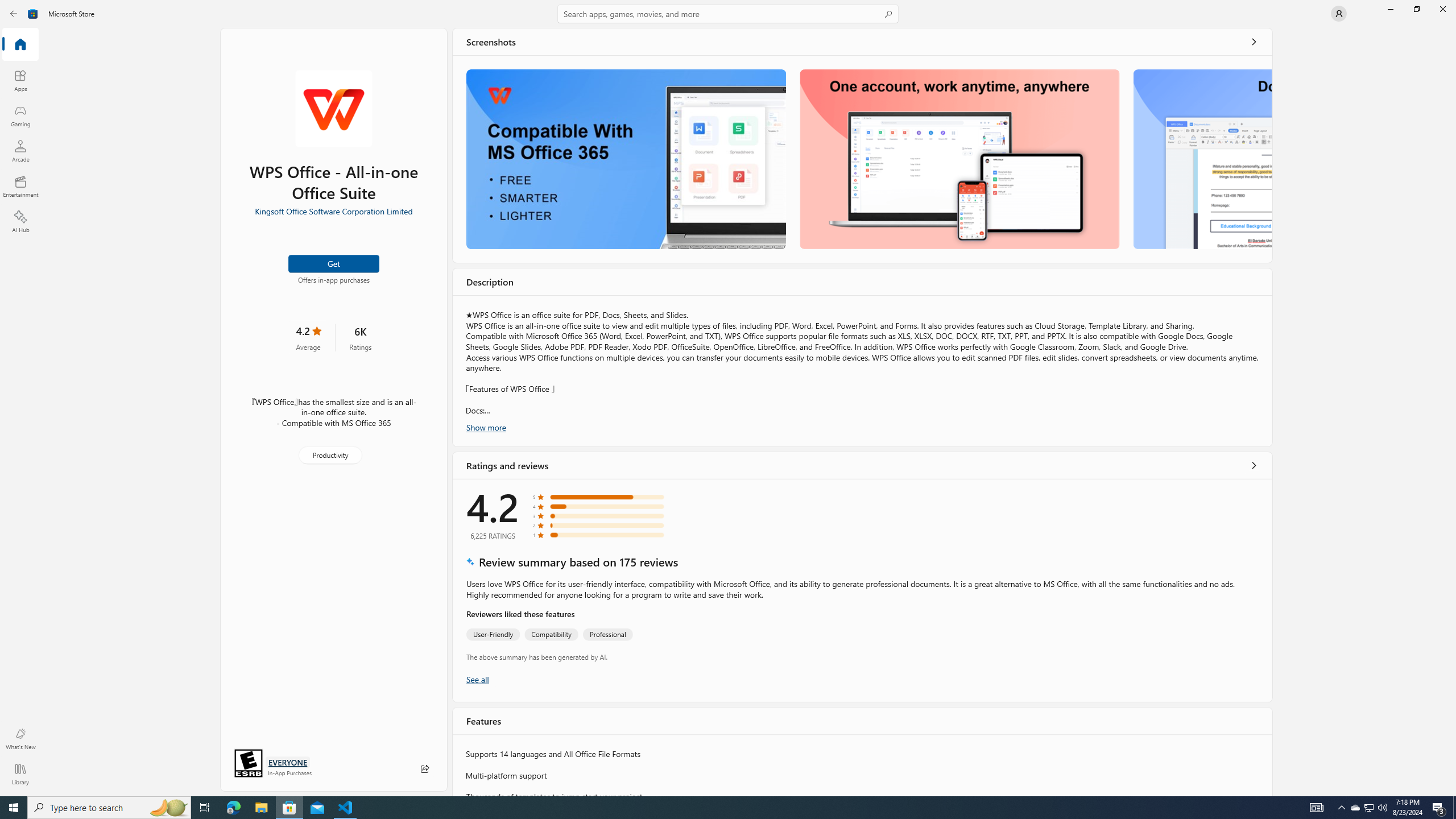 This screenshot has width=1456, height=819. What do you see at coordinates (728, 13) in the screenshot?
I see `'Search'` at bounding box center [728, 13].